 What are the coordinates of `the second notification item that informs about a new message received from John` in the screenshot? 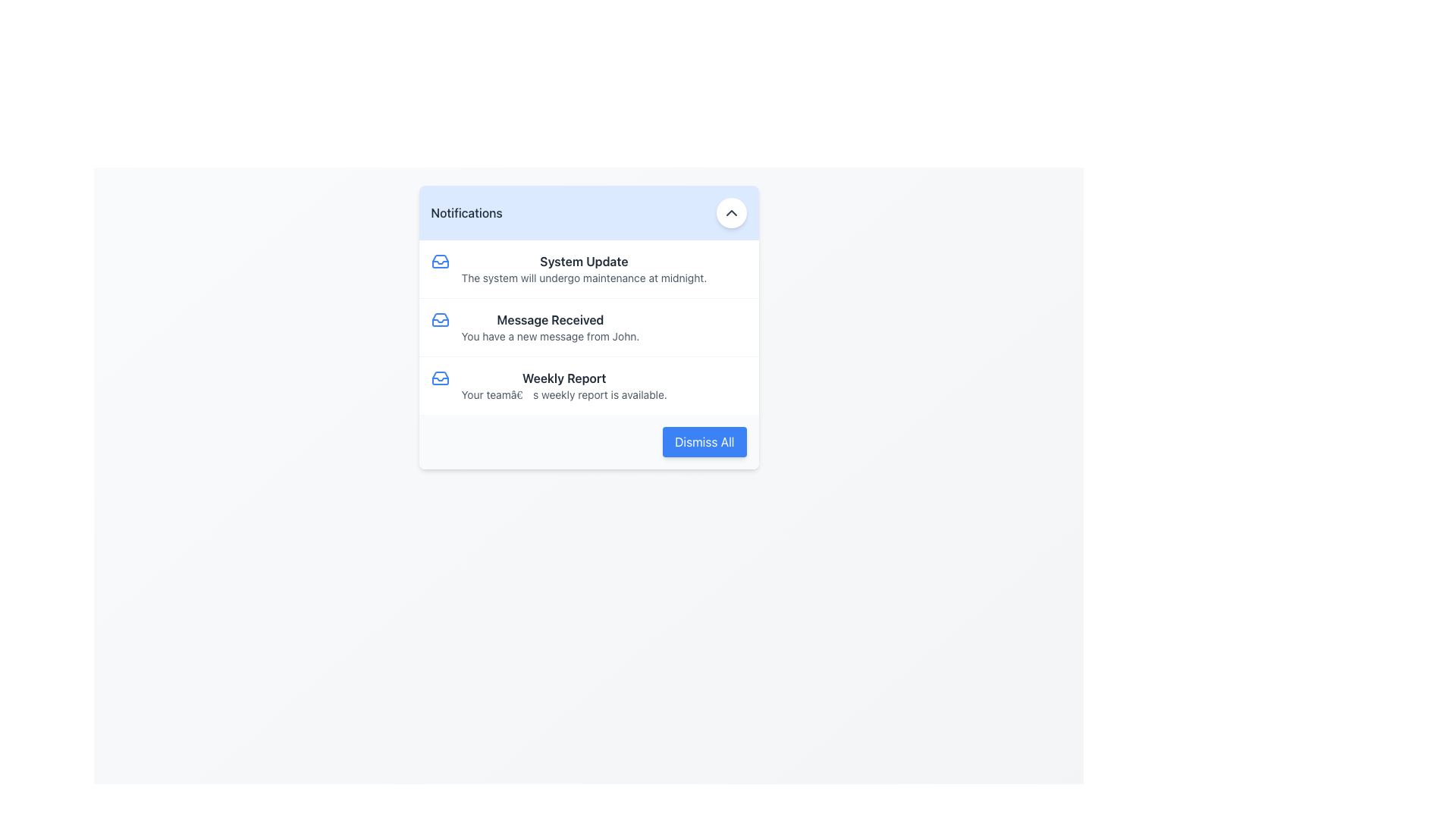 It's located at (588, 326).